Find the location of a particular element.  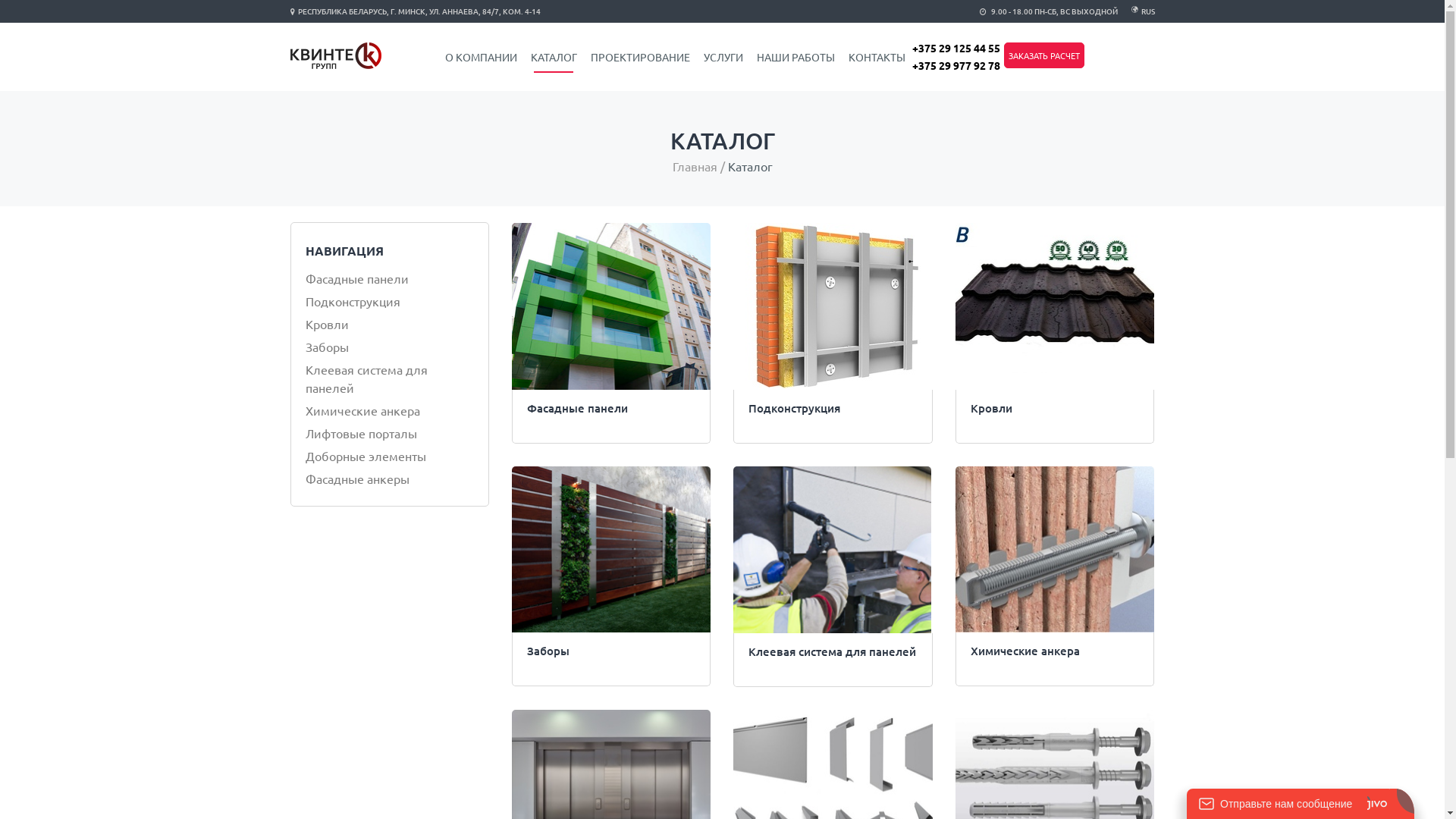

'+375 29 125 44 55' is located at coordinates (954, 46).